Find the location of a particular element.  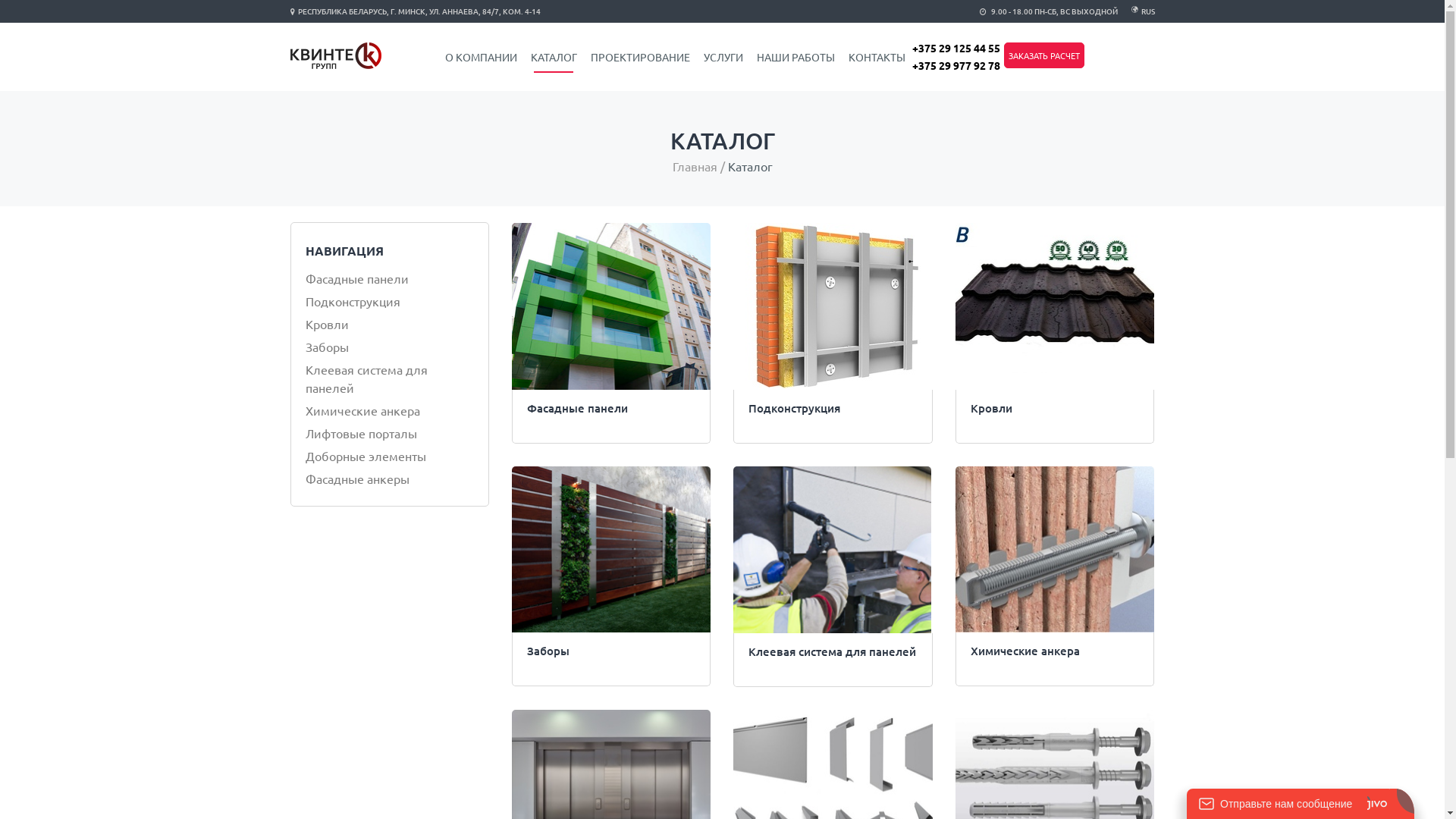

'+375 29 125 44 55' is located at coordinates (954, 46).